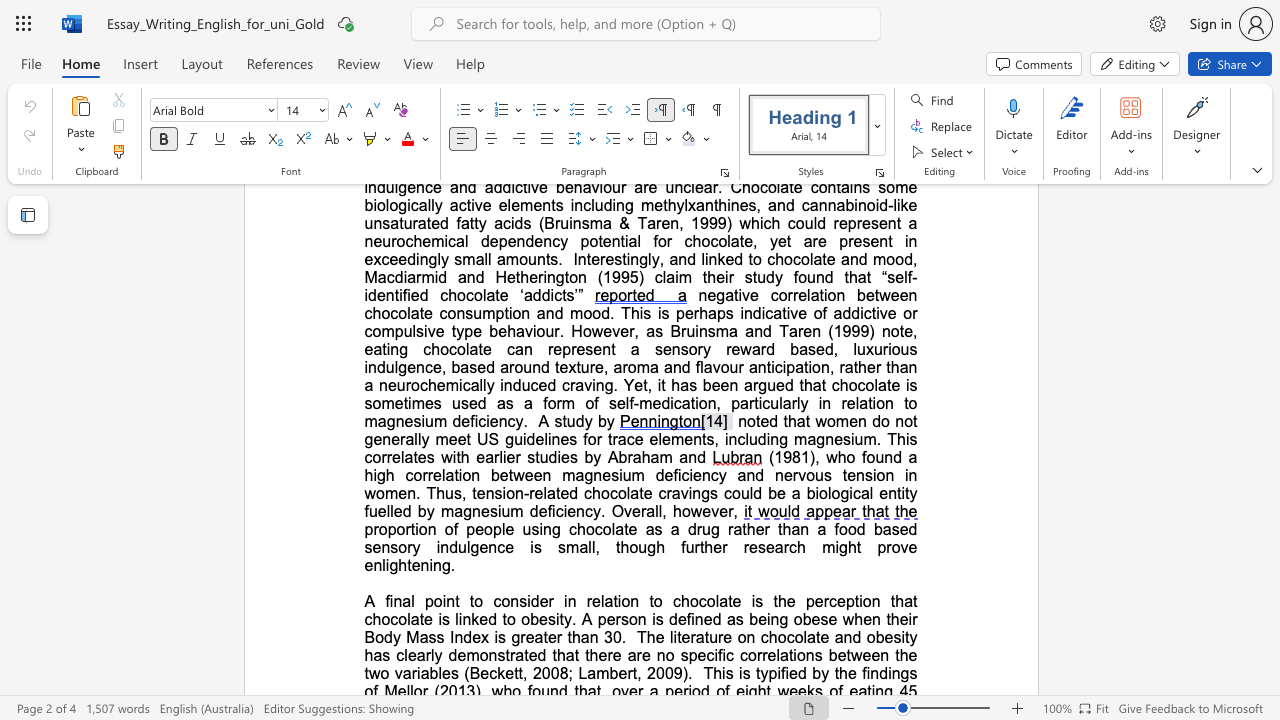  Describe the element at coordinates (501, 600) in the screenshot. I see `the subset text "onsider in relation" within the text "to consider in relation to chocolate is the"` at that location.